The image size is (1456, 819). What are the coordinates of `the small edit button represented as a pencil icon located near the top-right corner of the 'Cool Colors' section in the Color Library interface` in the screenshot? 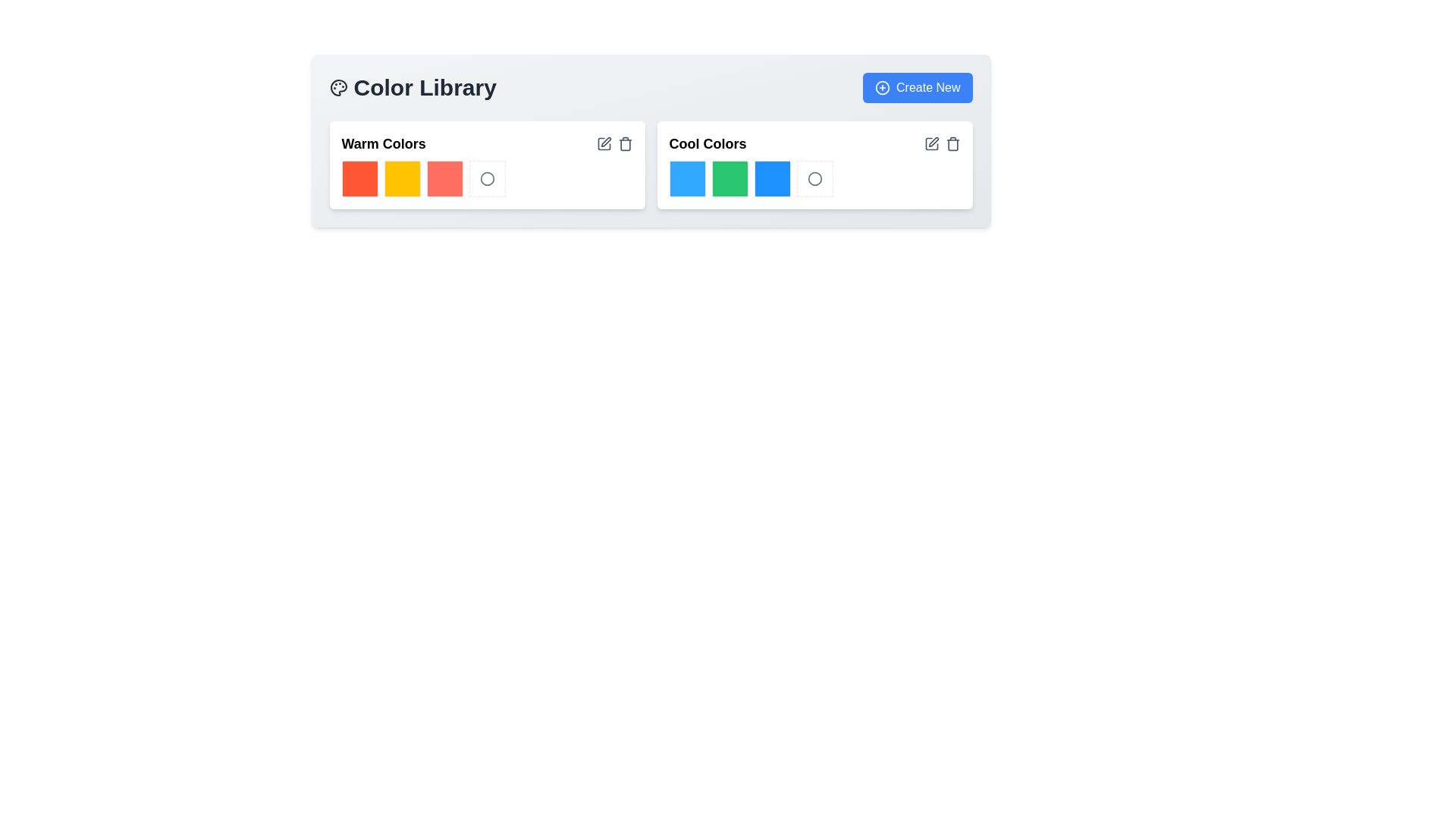 It's located at (932, 142).